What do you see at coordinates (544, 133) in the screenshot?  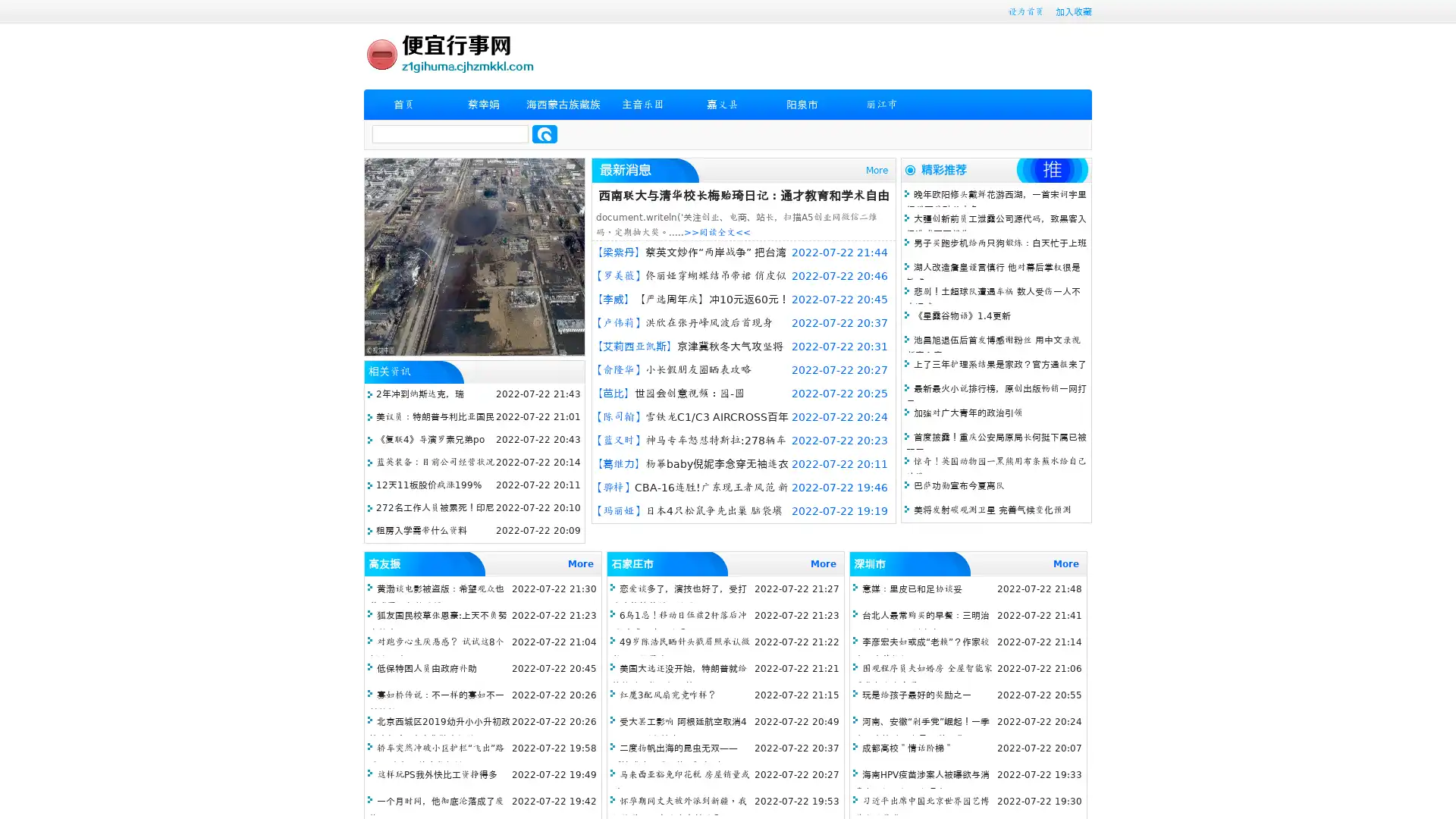 I see `Search` at bounding box center [544, 133].